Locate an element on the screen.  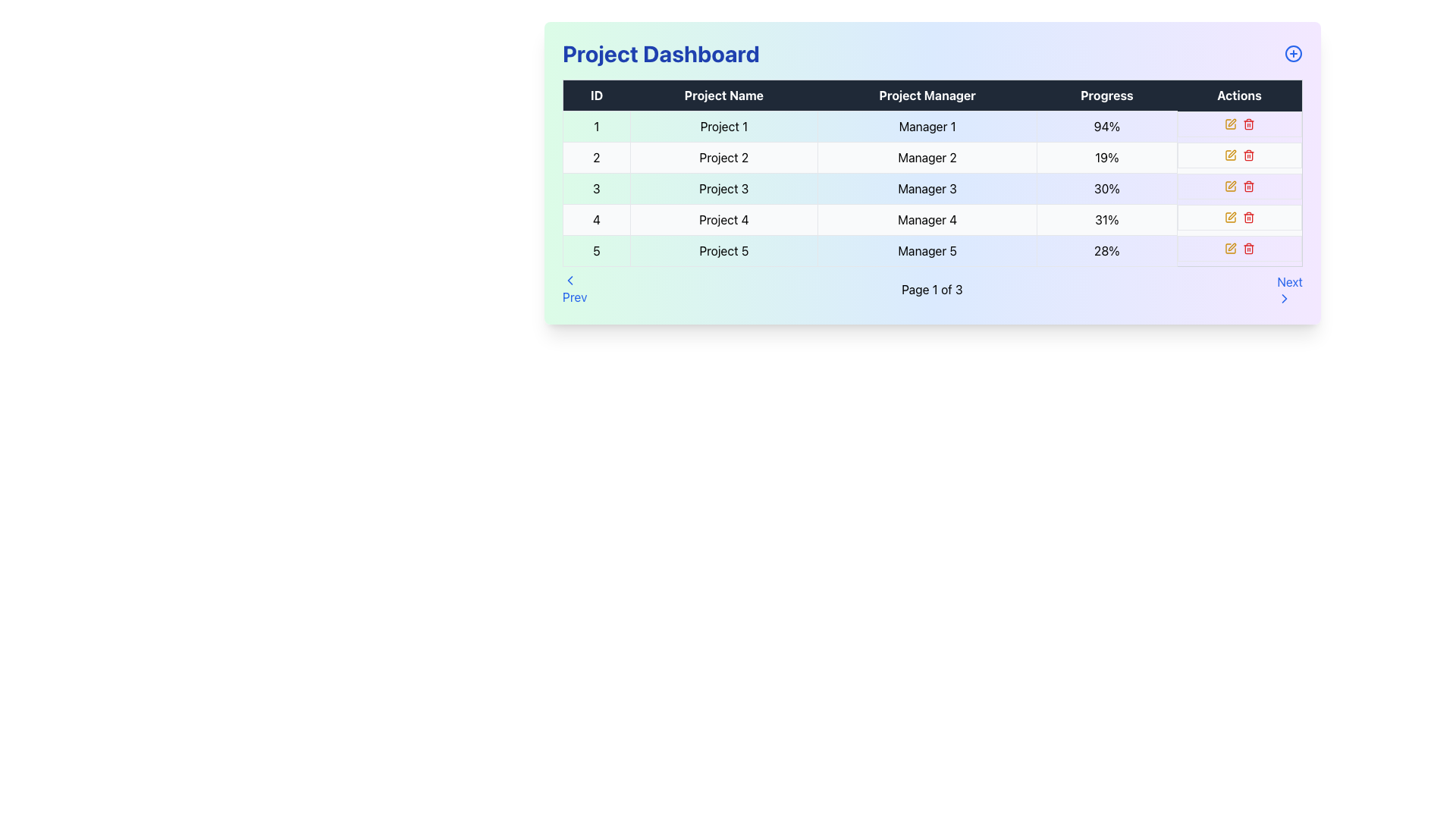
the red trash bin icon button located in the last cell of the 'Actions' column for Project 1 is located at coordinates (1248, 123).